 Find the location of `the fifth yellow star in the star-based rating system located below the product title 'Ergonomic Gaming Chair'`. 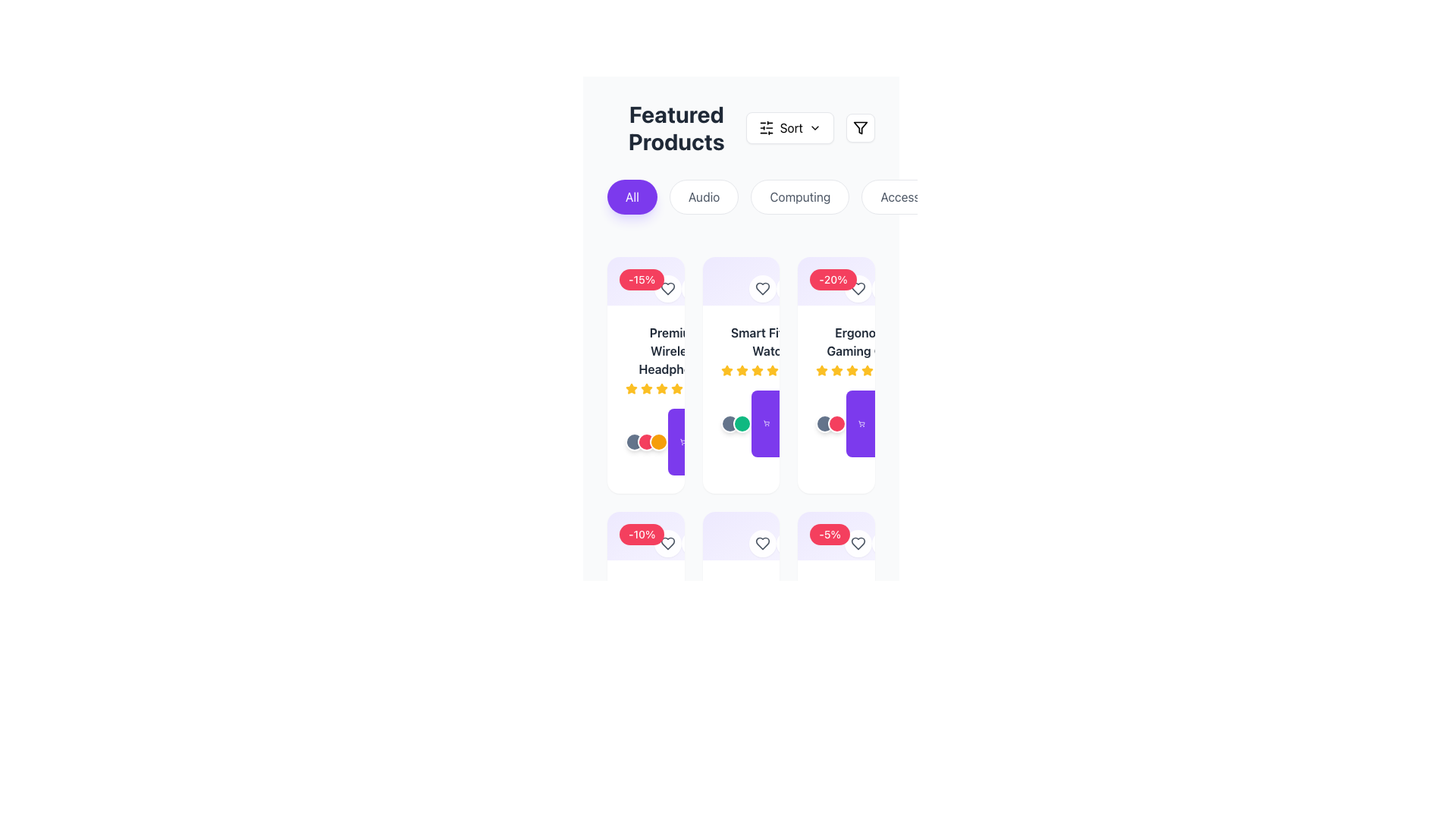

the fifth yellow star in the star-based rating system located below the product title 'Ergonomic Gaming Chair' is located at coordinates (852, 371).